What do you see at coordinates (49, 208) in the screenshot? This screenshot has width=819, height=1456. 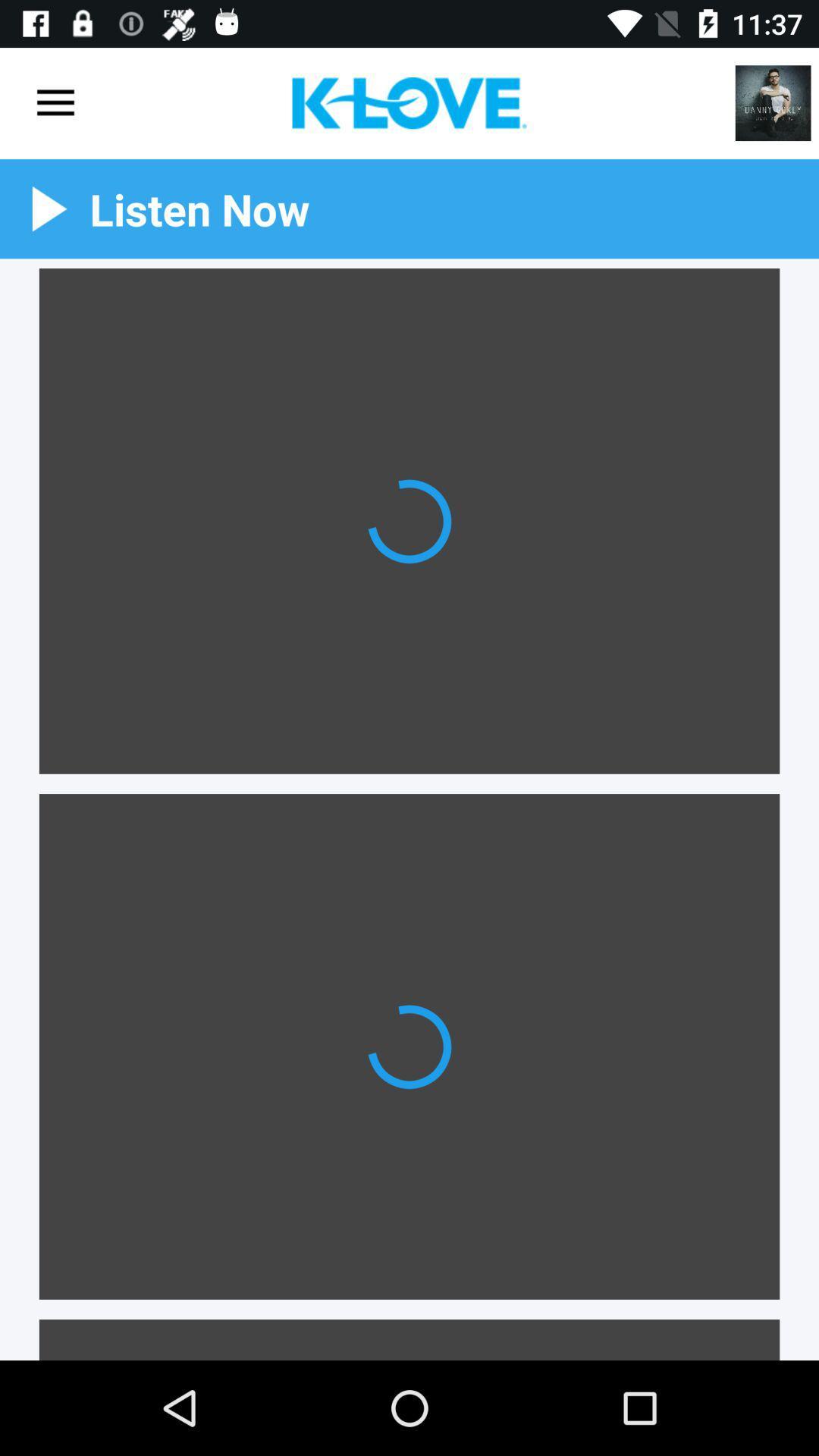 I see `the play icon left to listen now at left top of the page` at bounding box center [49, 208].